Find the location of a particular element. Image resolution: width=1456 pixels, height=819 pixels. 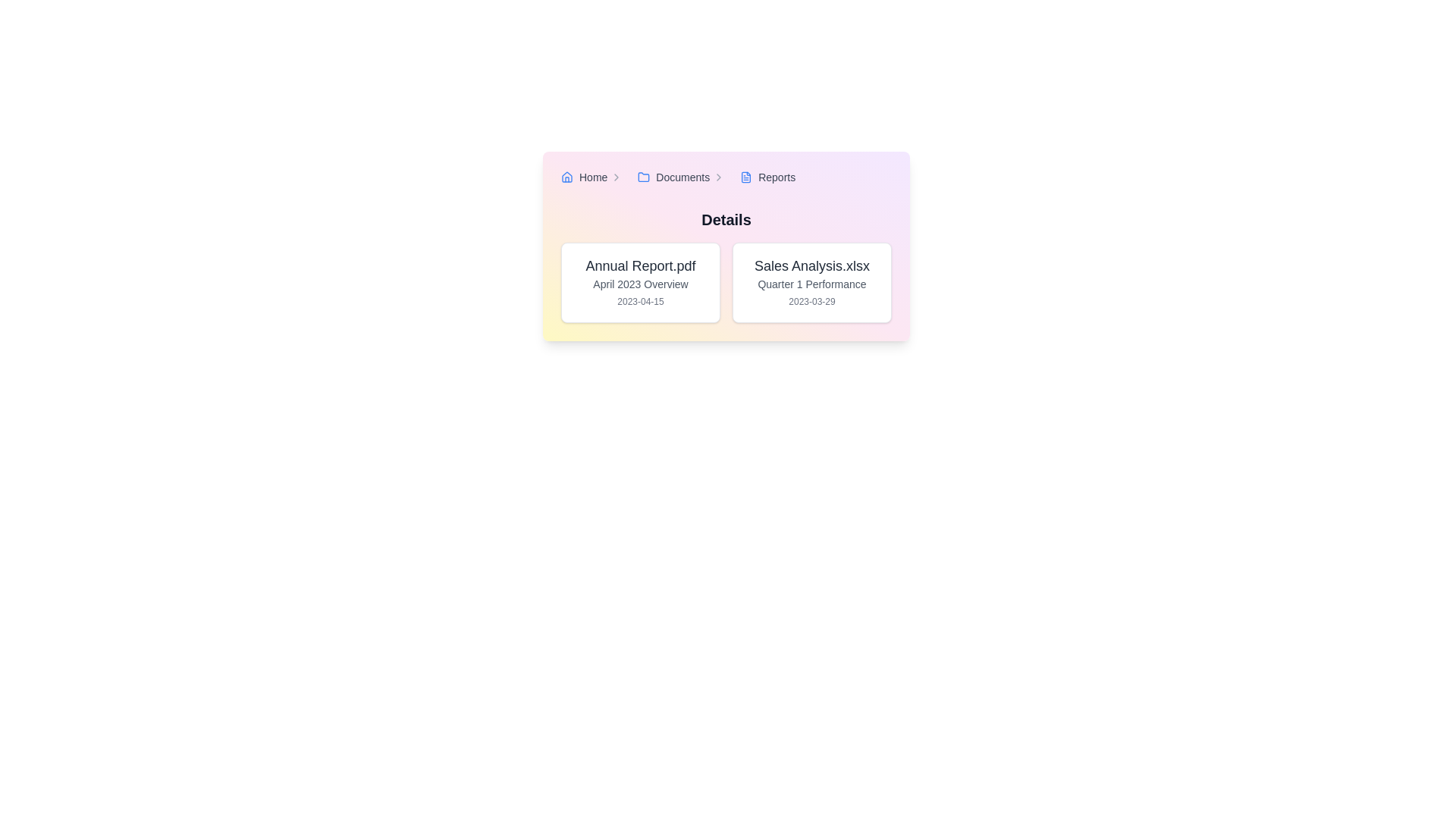

the small blue file document icon located to the left of the 'Reports' text label in the breadcrumb navigation panel is located at coordinates (746, 177).